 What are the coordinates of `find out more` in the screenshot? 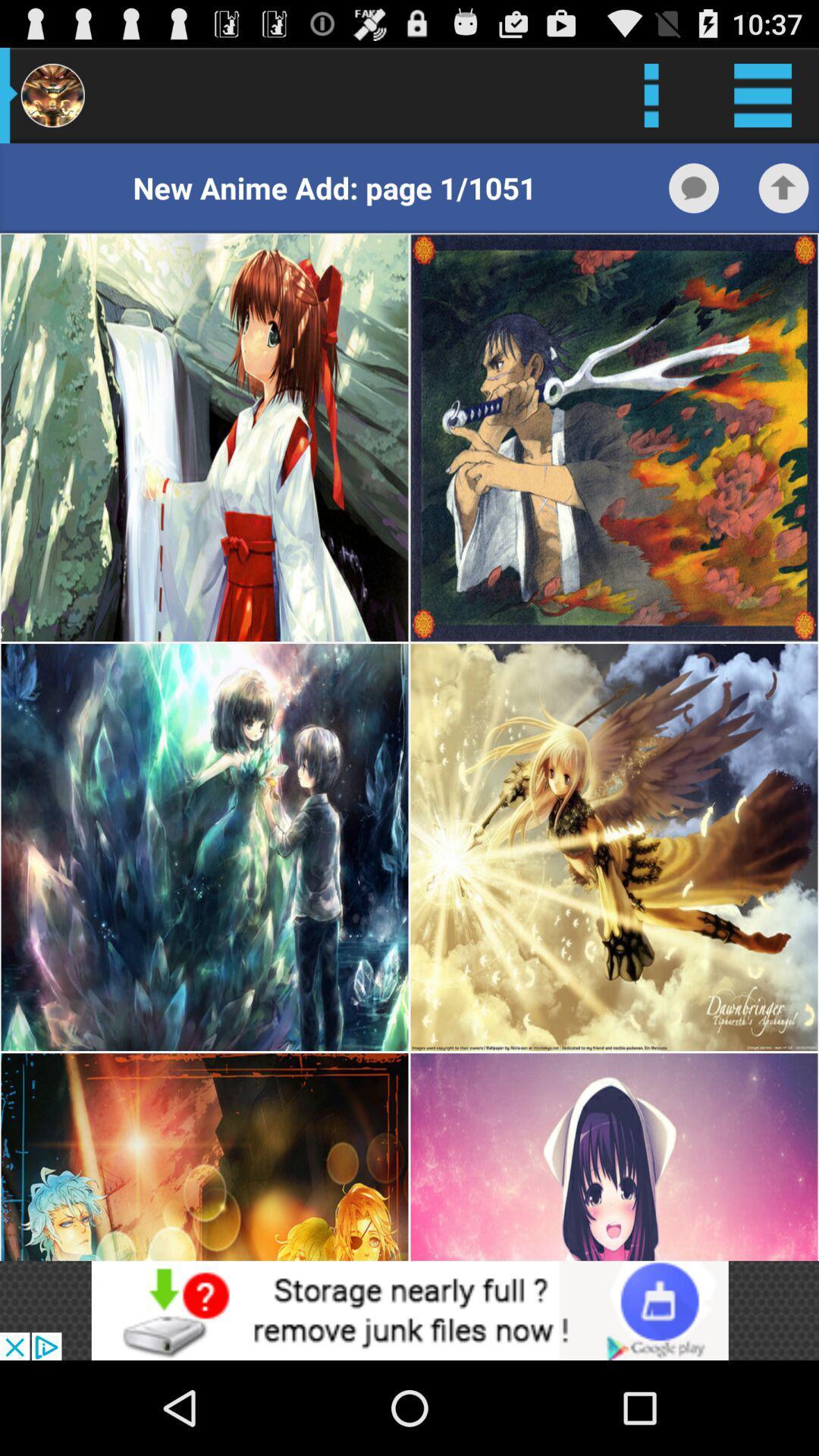 It's located at (409, 1310).